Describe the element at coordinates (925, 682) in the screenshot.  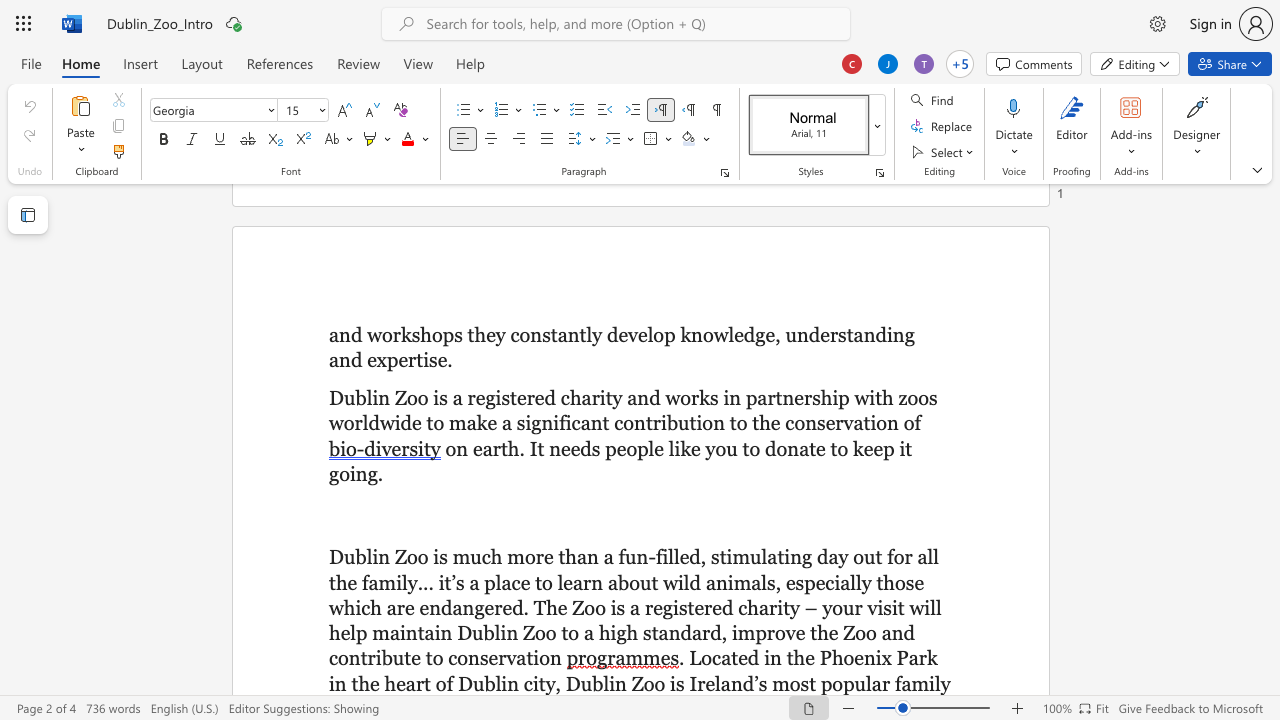
I see `the space between the continuous character "m" and "i" in the text` at that location.